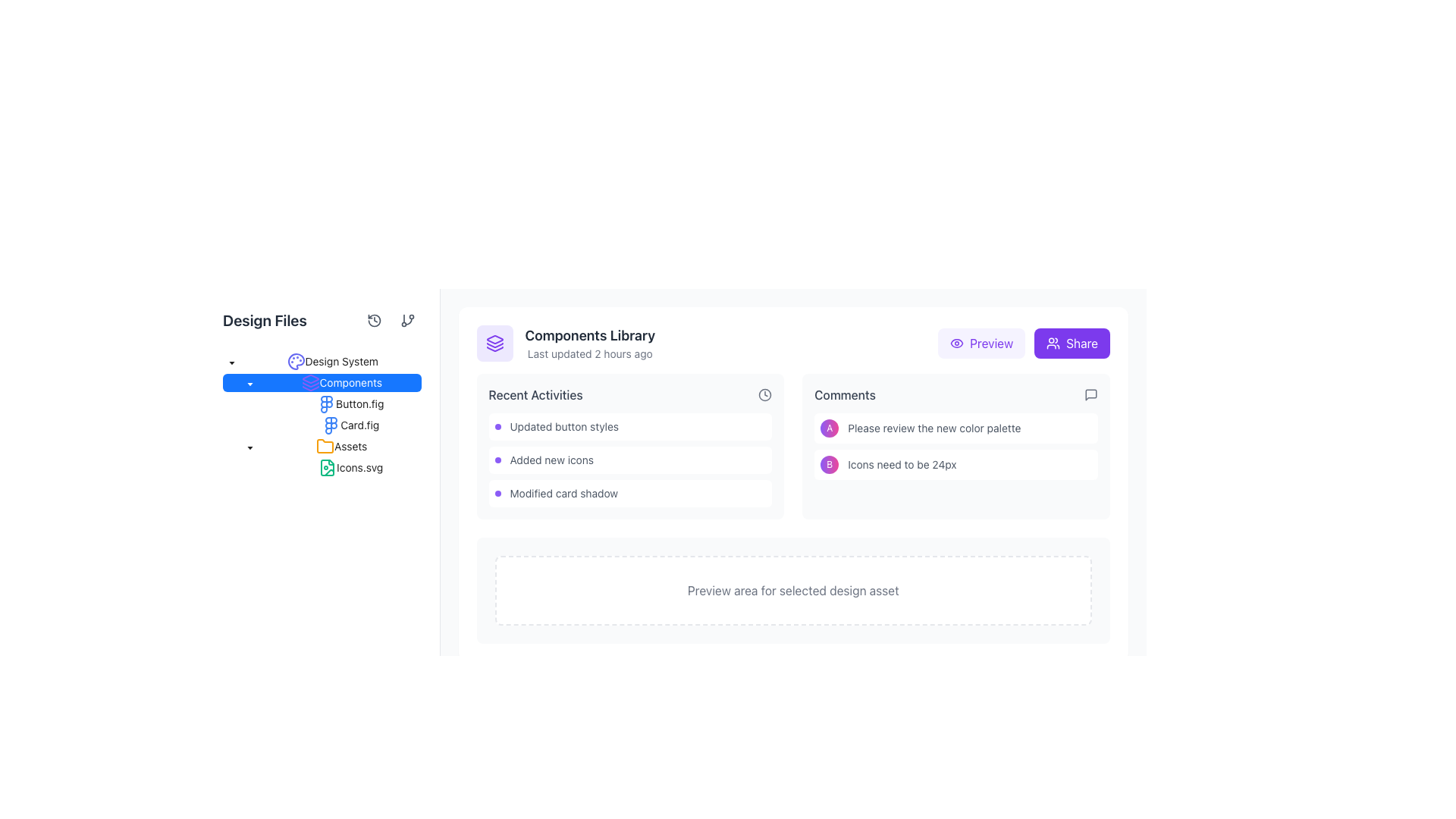 Image resolution: width=1456 pixels, height=819 pixels. I want to click on the 'Icons.svg' icon from the Assets section of the Components folder, so click(327, 467).